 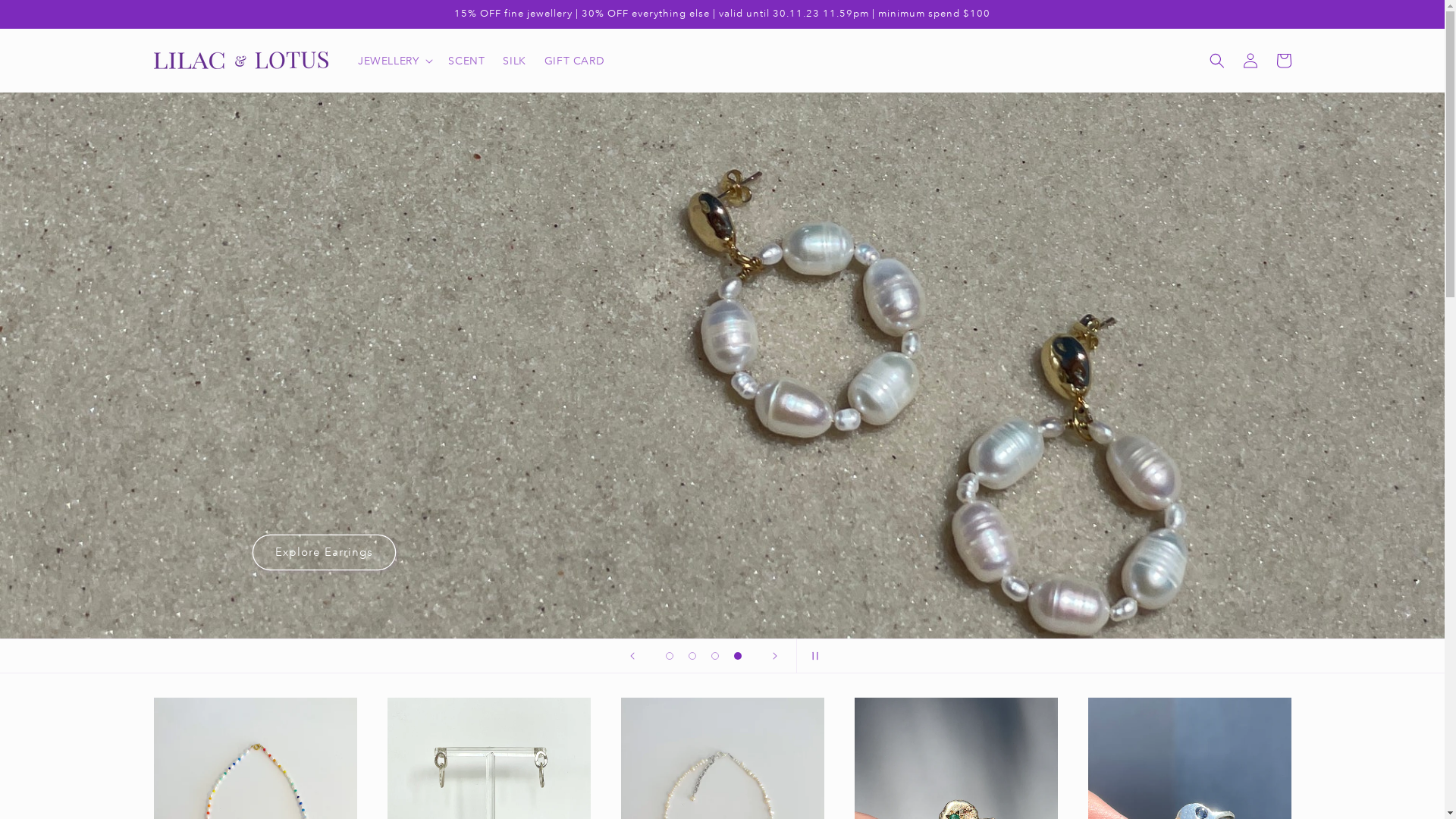 What do you see at coordinates (323, 552) in the screenshot?
I see `'Explore Earrings'` at bounding box center [323, 552].